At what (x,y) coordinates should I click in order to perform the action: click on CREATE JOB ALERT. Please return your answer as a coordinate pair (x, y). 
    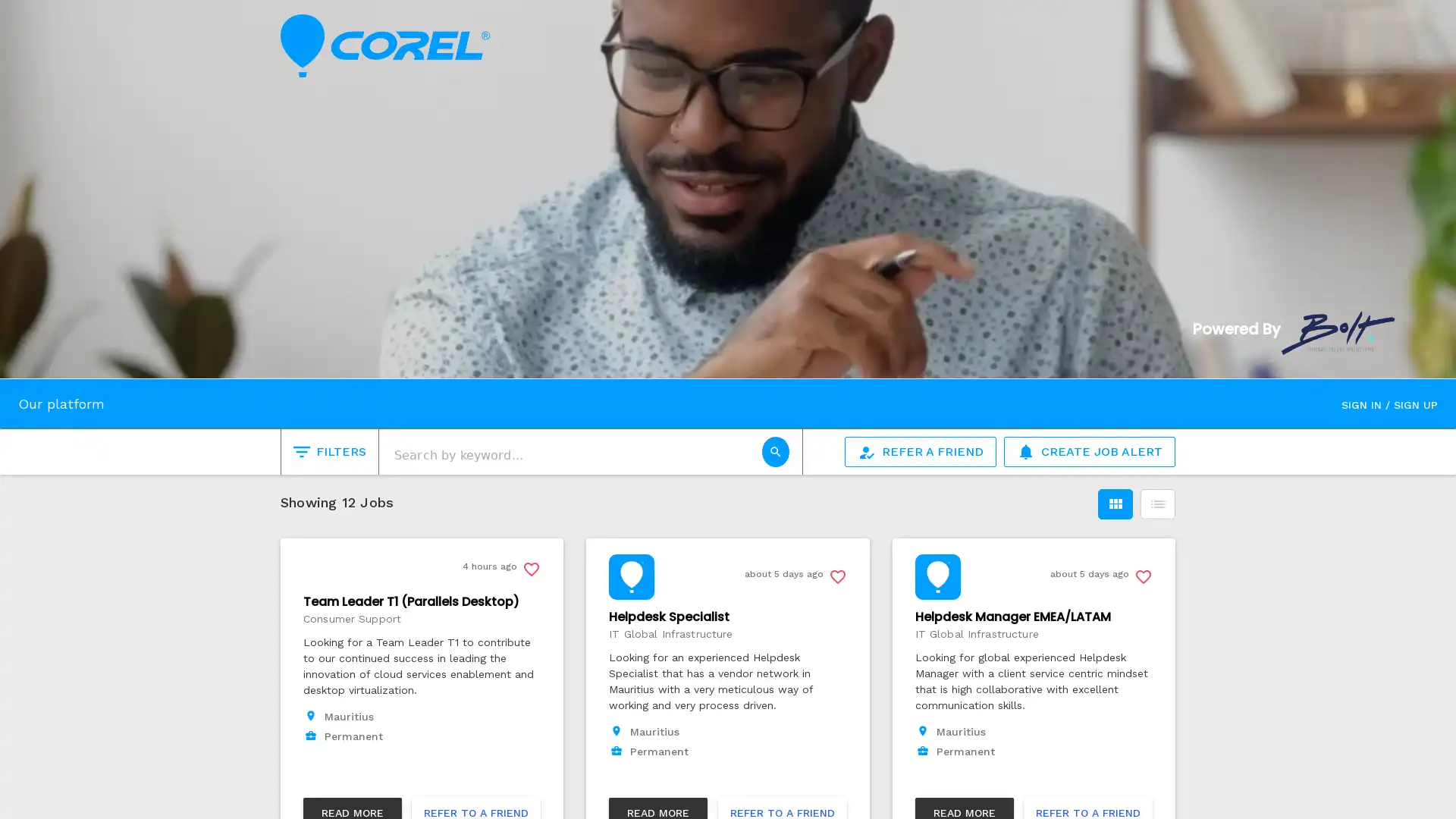
    Looking at the image, I should click on (1088, 451).